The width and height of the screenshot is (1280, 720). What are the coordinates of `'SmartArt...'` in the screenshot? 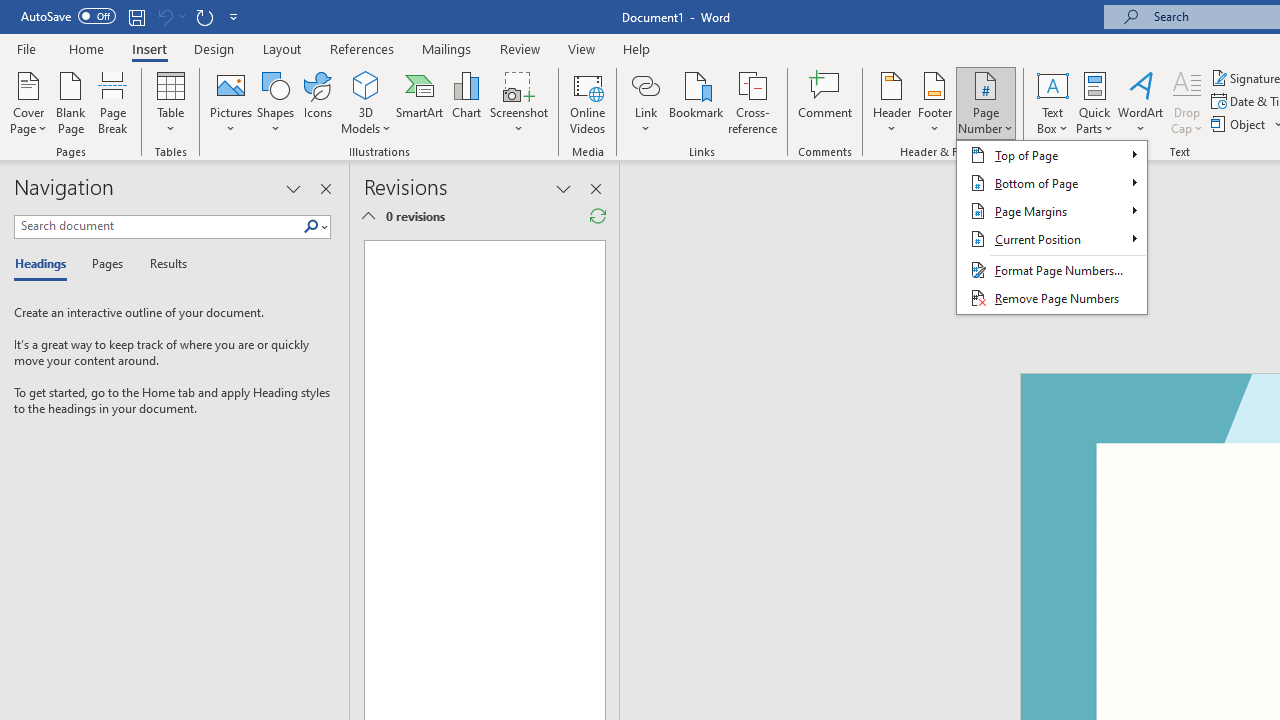 It's located at (418, 103).